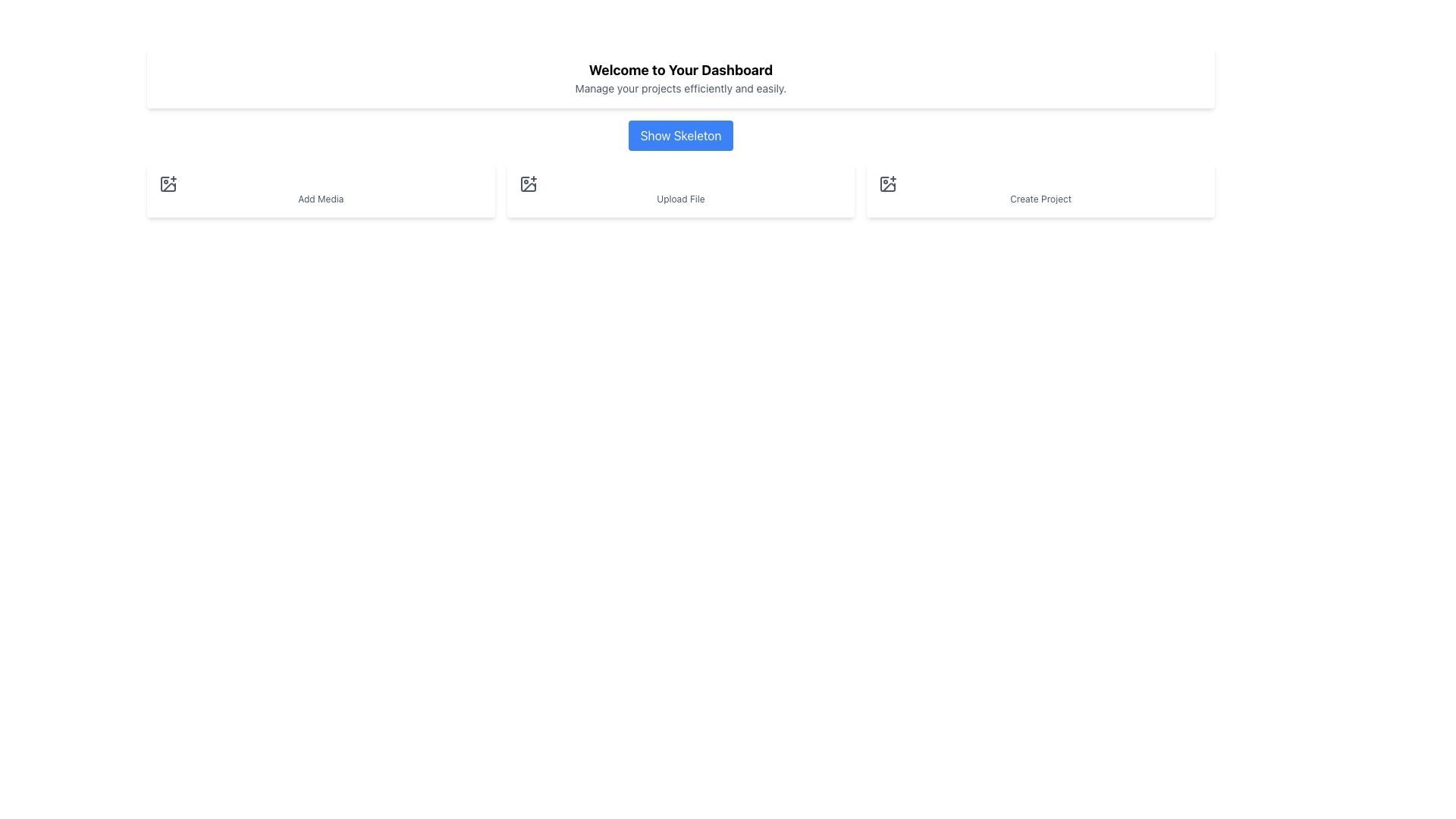 This screenshot has height=819, width=1456. Describe the element at coordinates (679, 70) in the screenshot. I see `text content of the welcoming message Text Label positioned at the top of the dashboard interface` at that location.